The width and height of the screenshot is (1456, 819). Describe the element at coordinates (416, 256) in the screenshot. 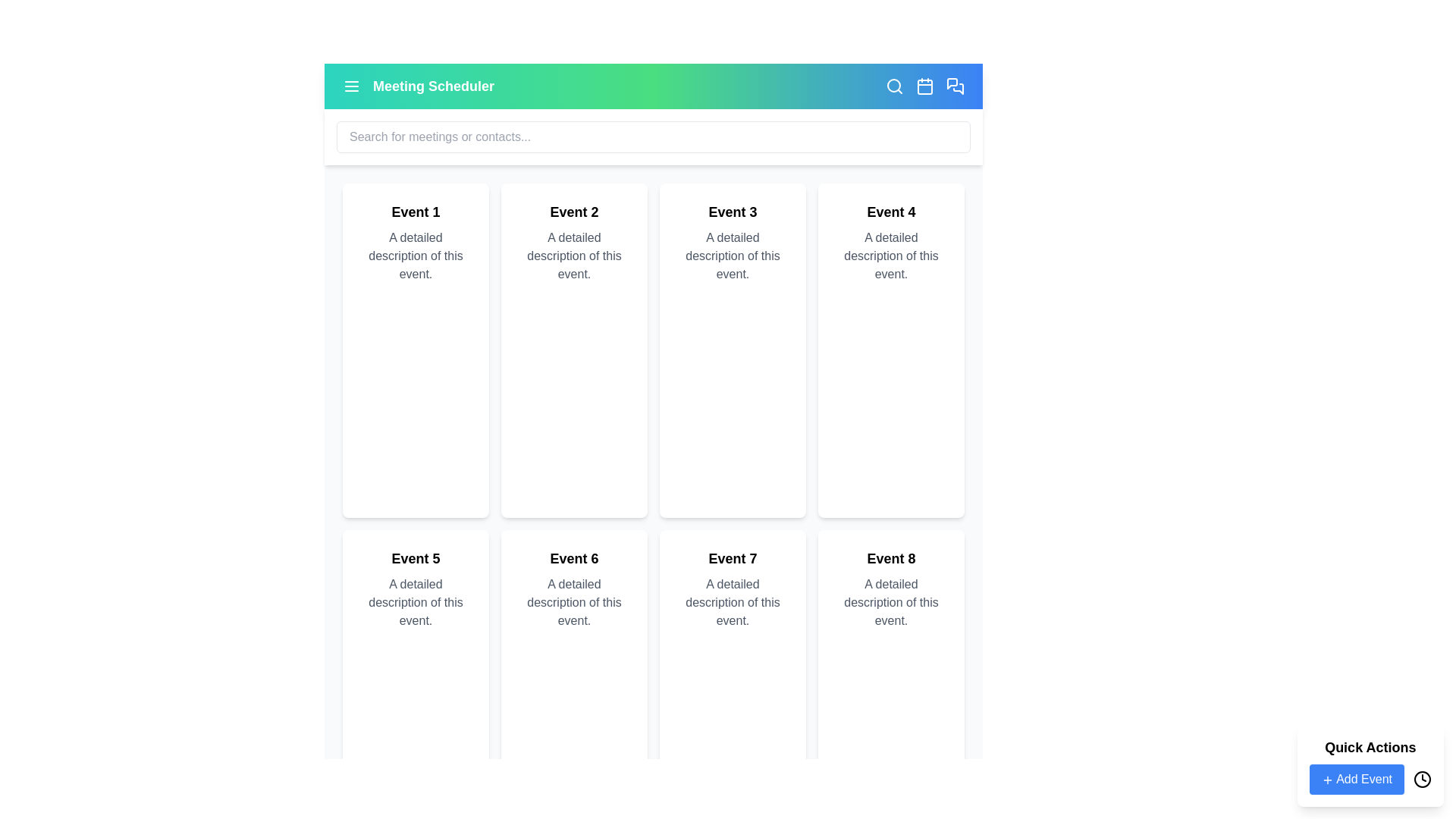

I see `descriptive summary text located below the title 'Event 1' in the first event card positioned in the top-left corner of the grid layout` at that location.